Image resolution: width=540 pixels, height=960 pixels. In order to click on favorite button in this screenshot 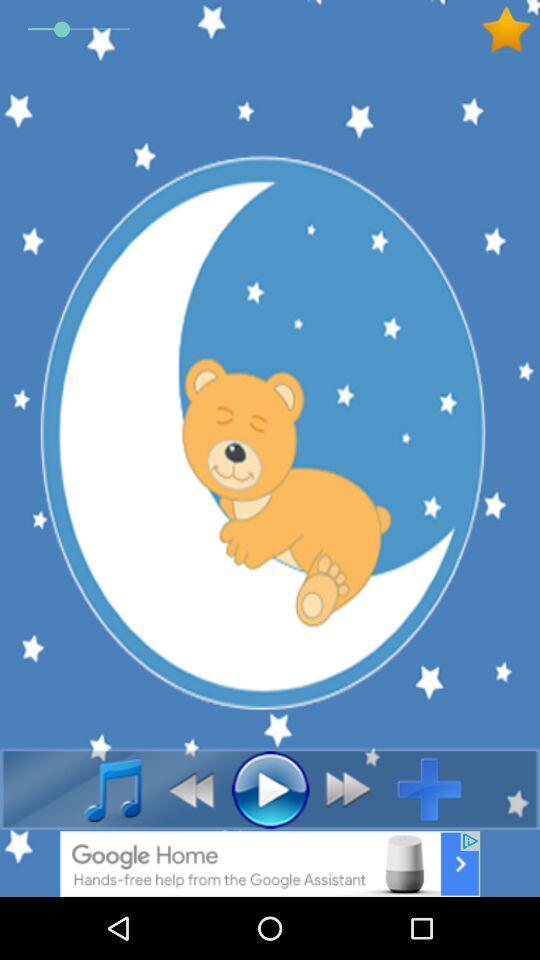, I will do `click(510, 28)`.